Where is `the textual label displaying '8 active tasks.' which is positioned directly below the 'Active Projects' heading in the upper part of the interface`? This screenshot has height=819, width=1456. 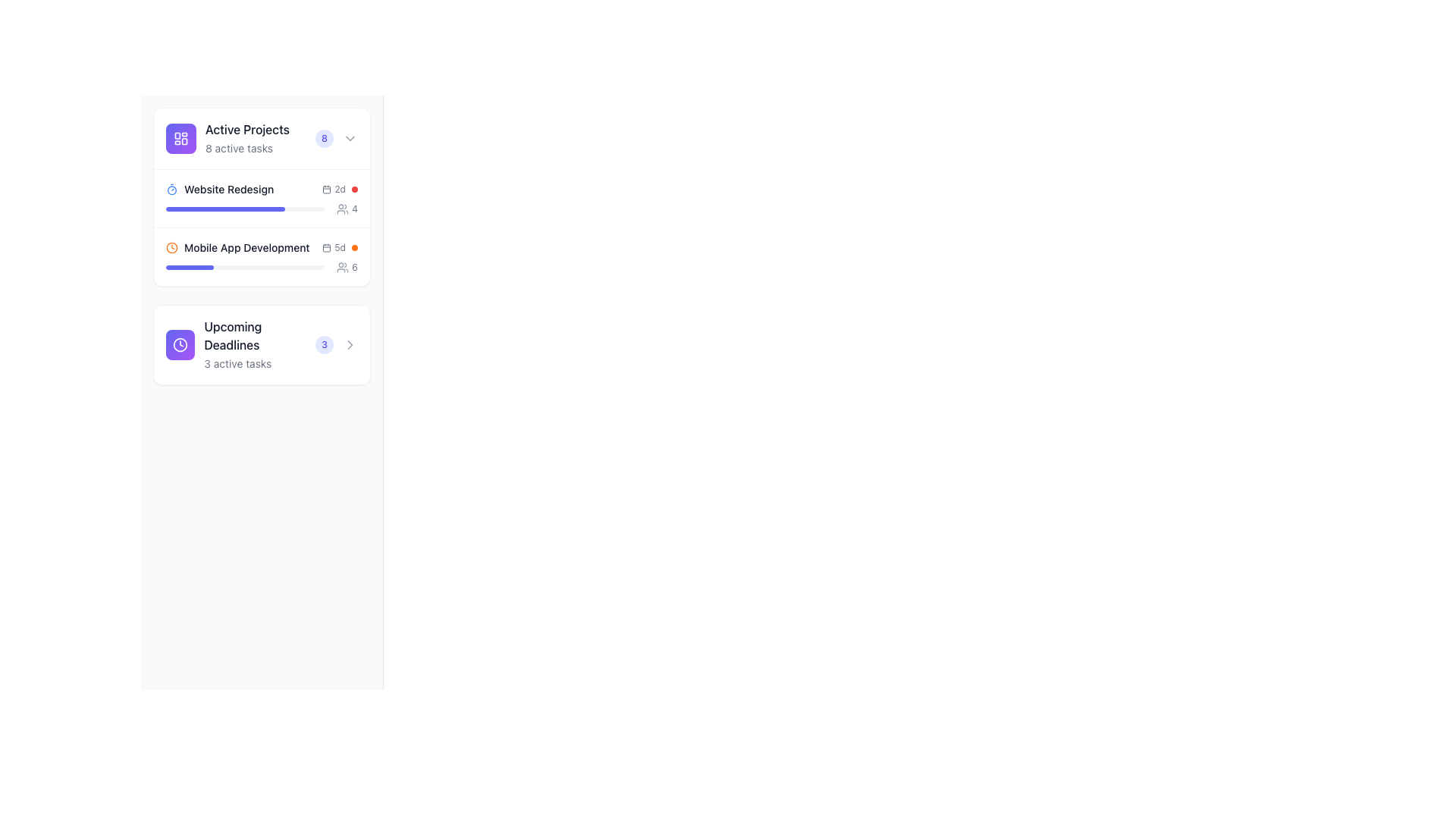 the textual label displaying '8 active tasks.' which is positioned directly below the 'Active Projects' heading in the upper part of the interface is located at coordinates (238, 148).